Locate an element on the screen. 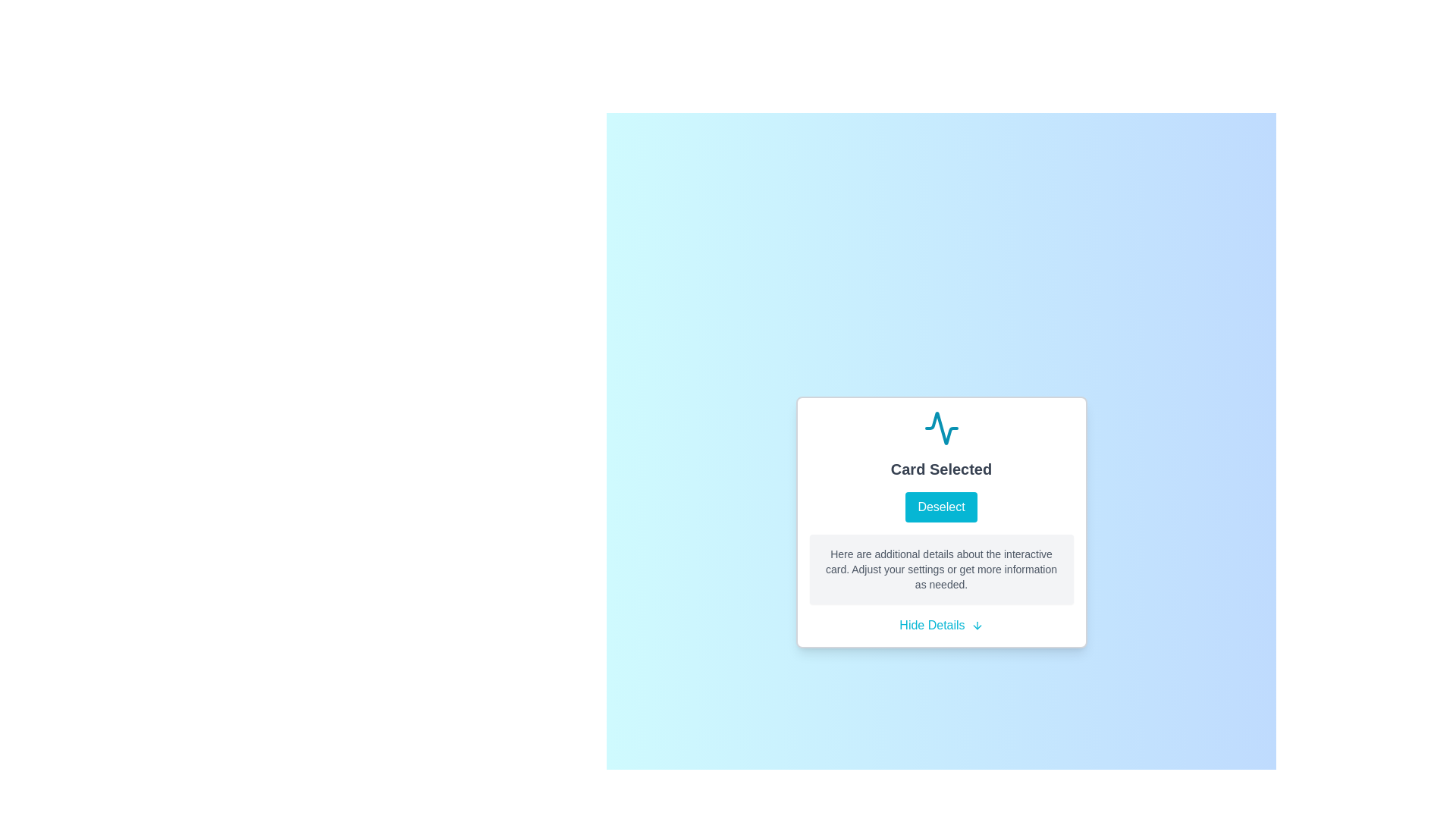 Image resolution: width=1456 pixels, height=819 pixels. the button located at the bottom of the card, which toggles the visibility of additional card details is located at coordinates (940, 626).